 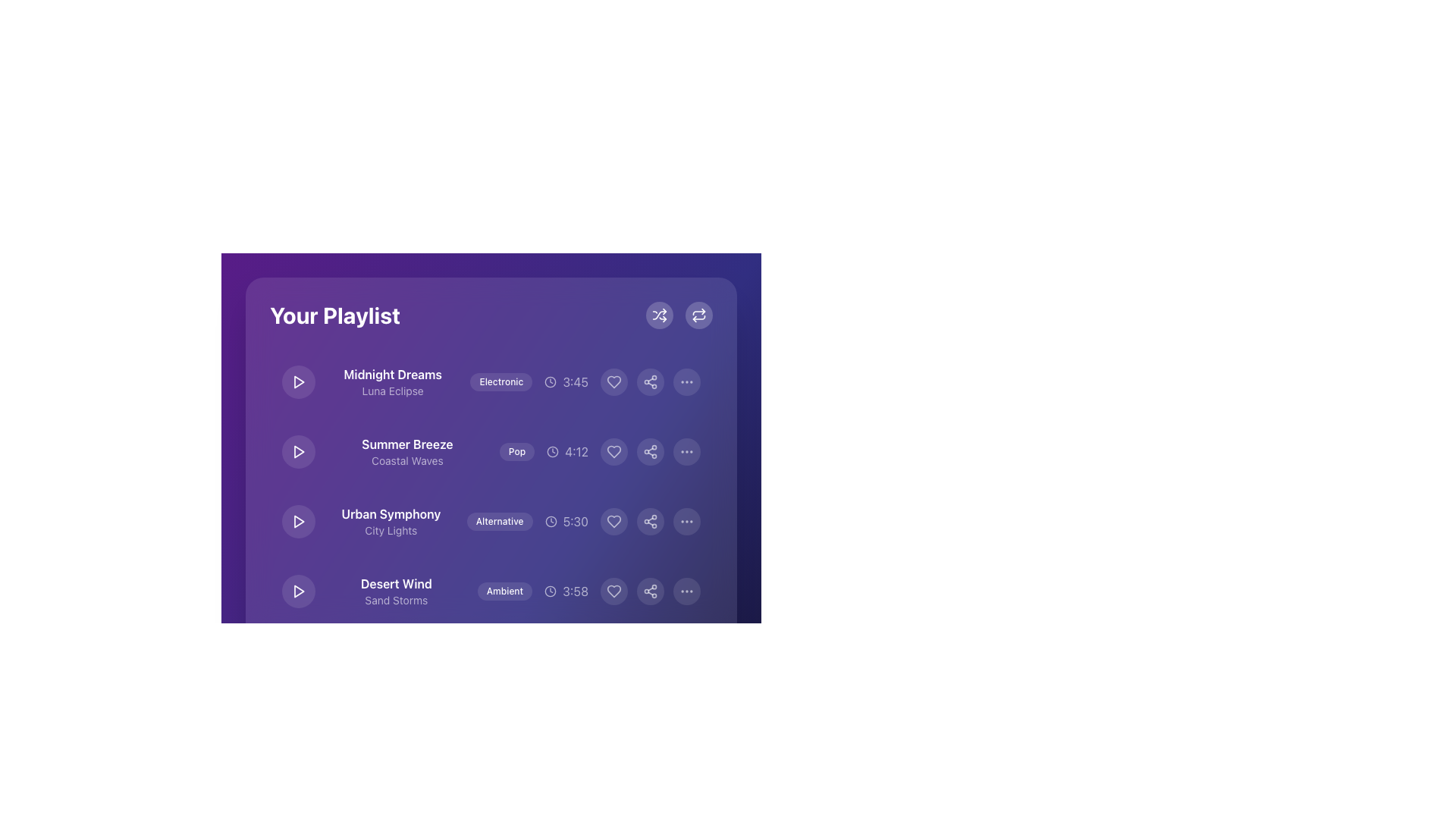 What do you see at coordinates (393, 374) in the screenshot?
I see `the text label displaying the title of the song or playlist item, which is located within the first item of the 'Your Playlist' section` at bounding box center [393, 374].